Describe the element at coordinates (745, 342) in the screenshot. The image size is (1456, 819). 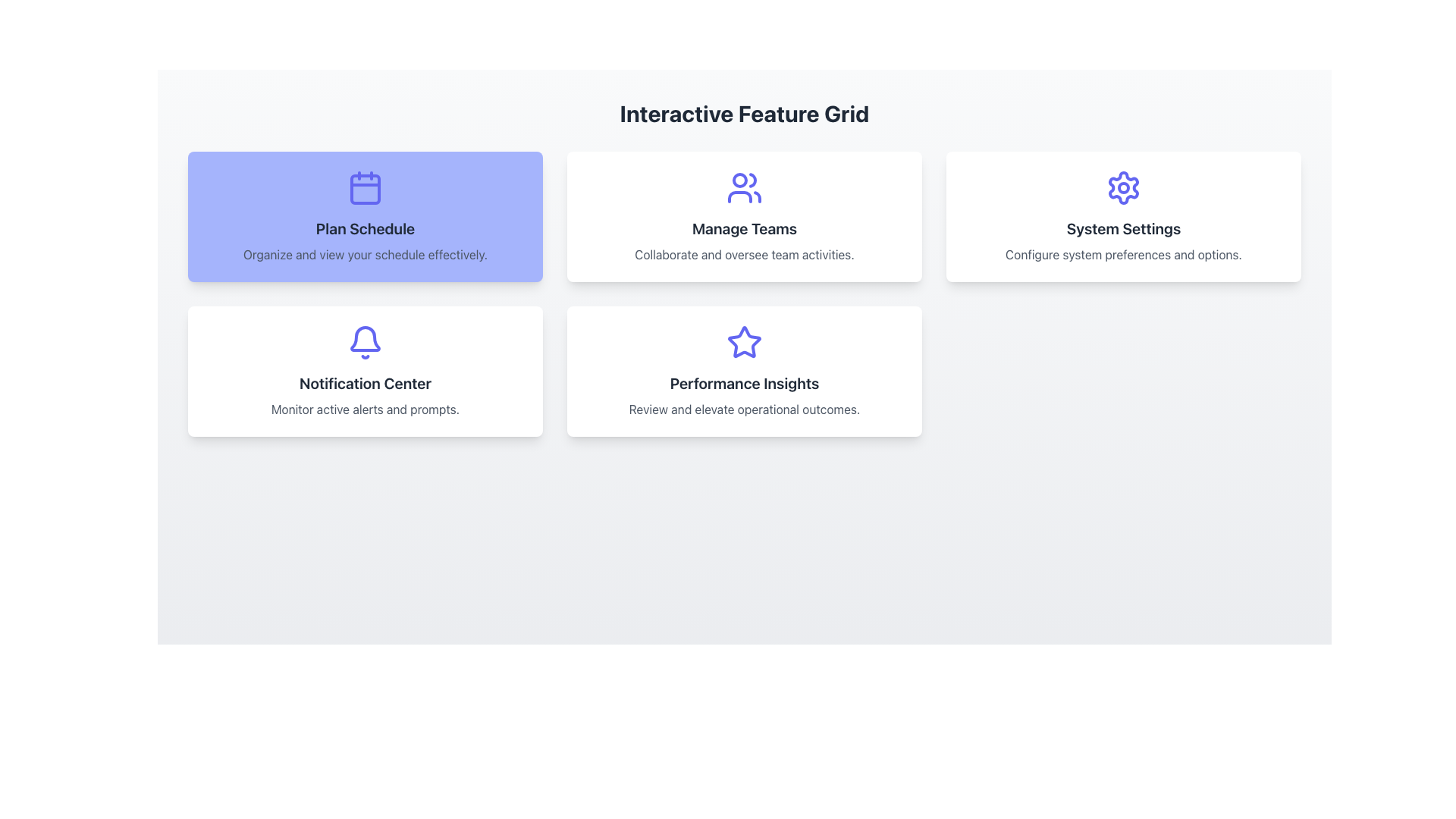
I see `the Decorative Icon, which is a star icon located at the upper portion of the 'Performance Insights' card in the bottom-right corner of the grid structure` at that location.